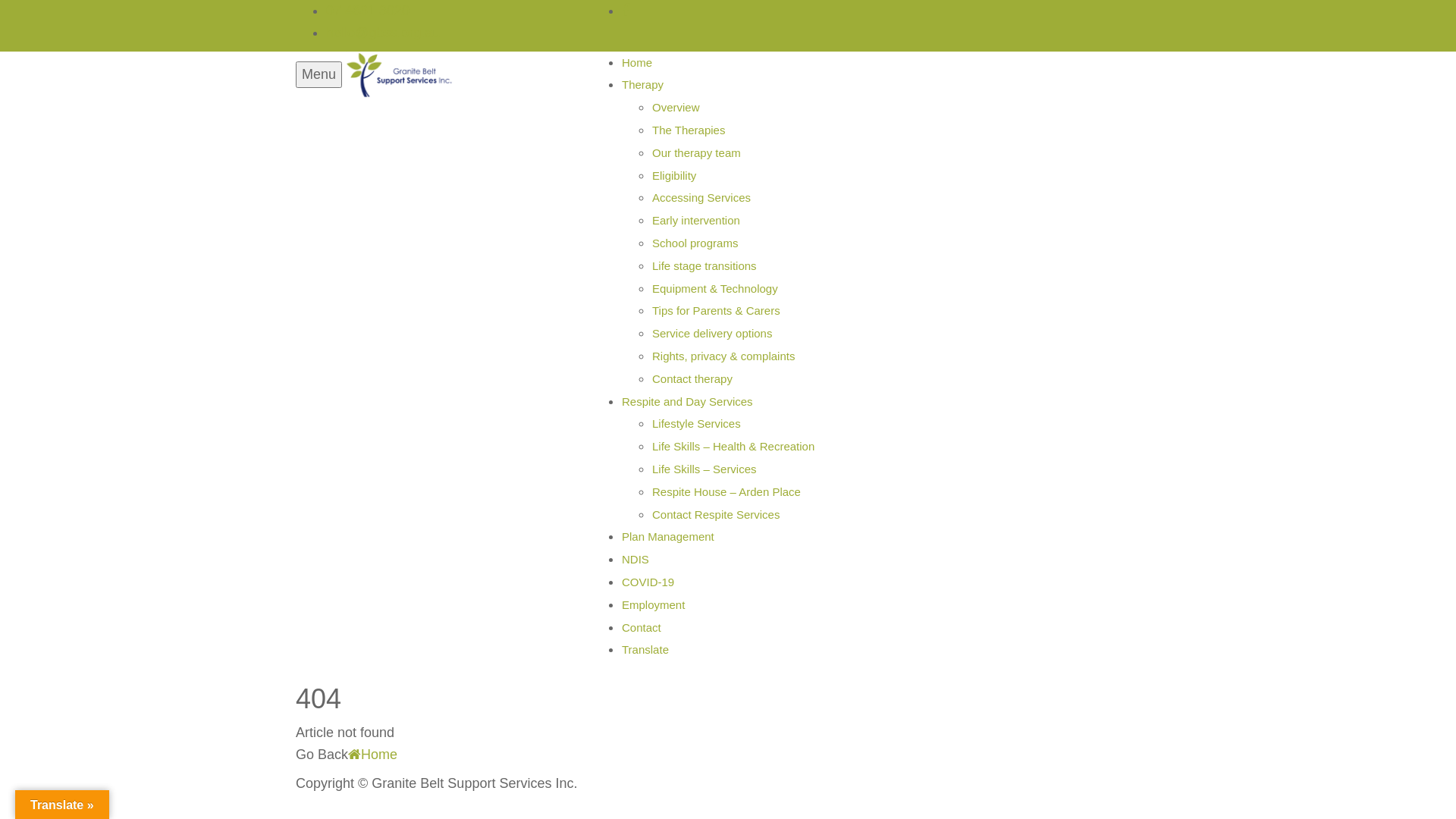 Image resolution: width=1456 pixels, height=819 pixels. Describe the element at coordinates (642, 84) in the screenshot. I see `'Therapy'` at that location.